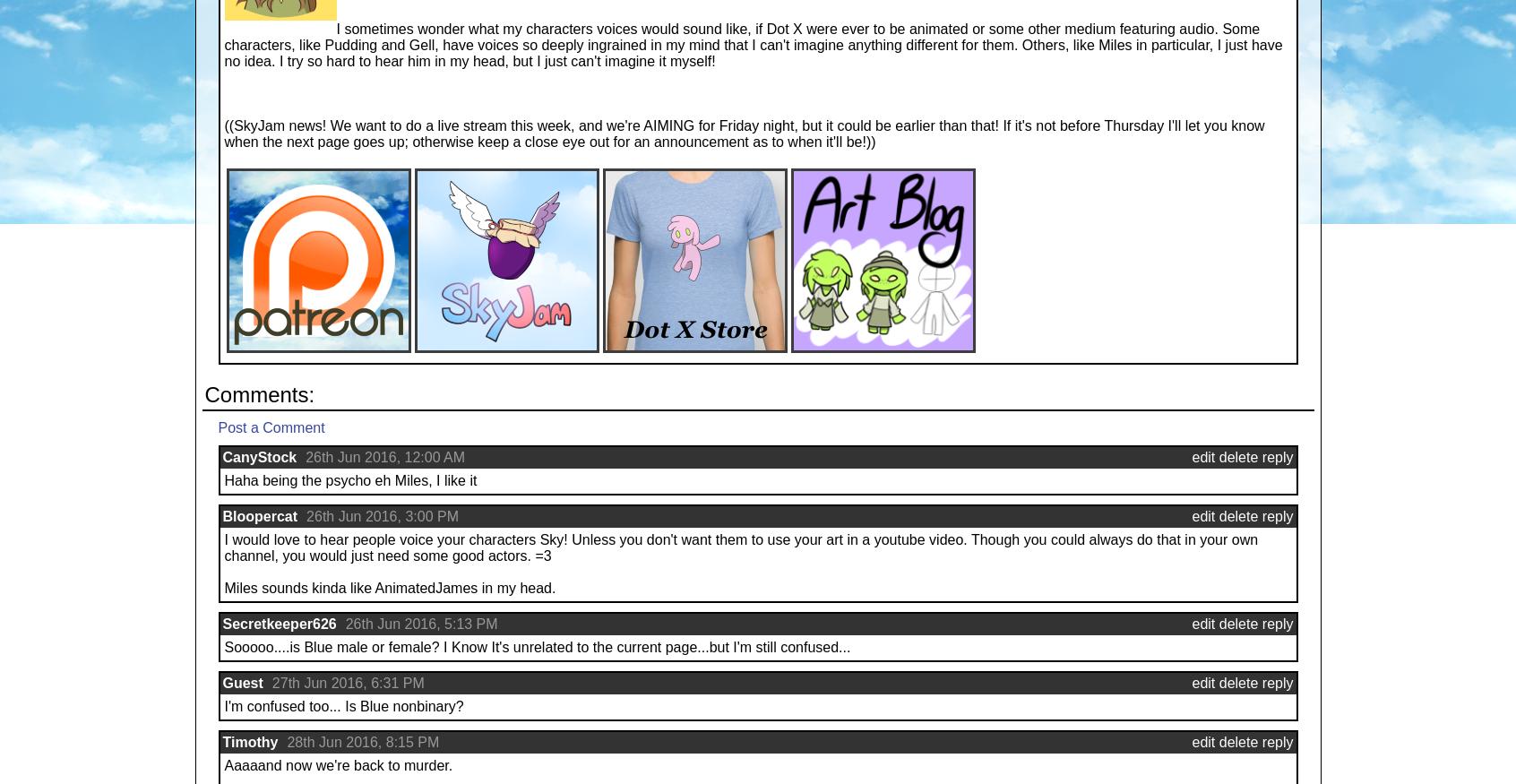  Describe the element at coordinates (305, 516) in the screenshot. I see `'26th Jun 2016, 3:00 PM'` at that location.